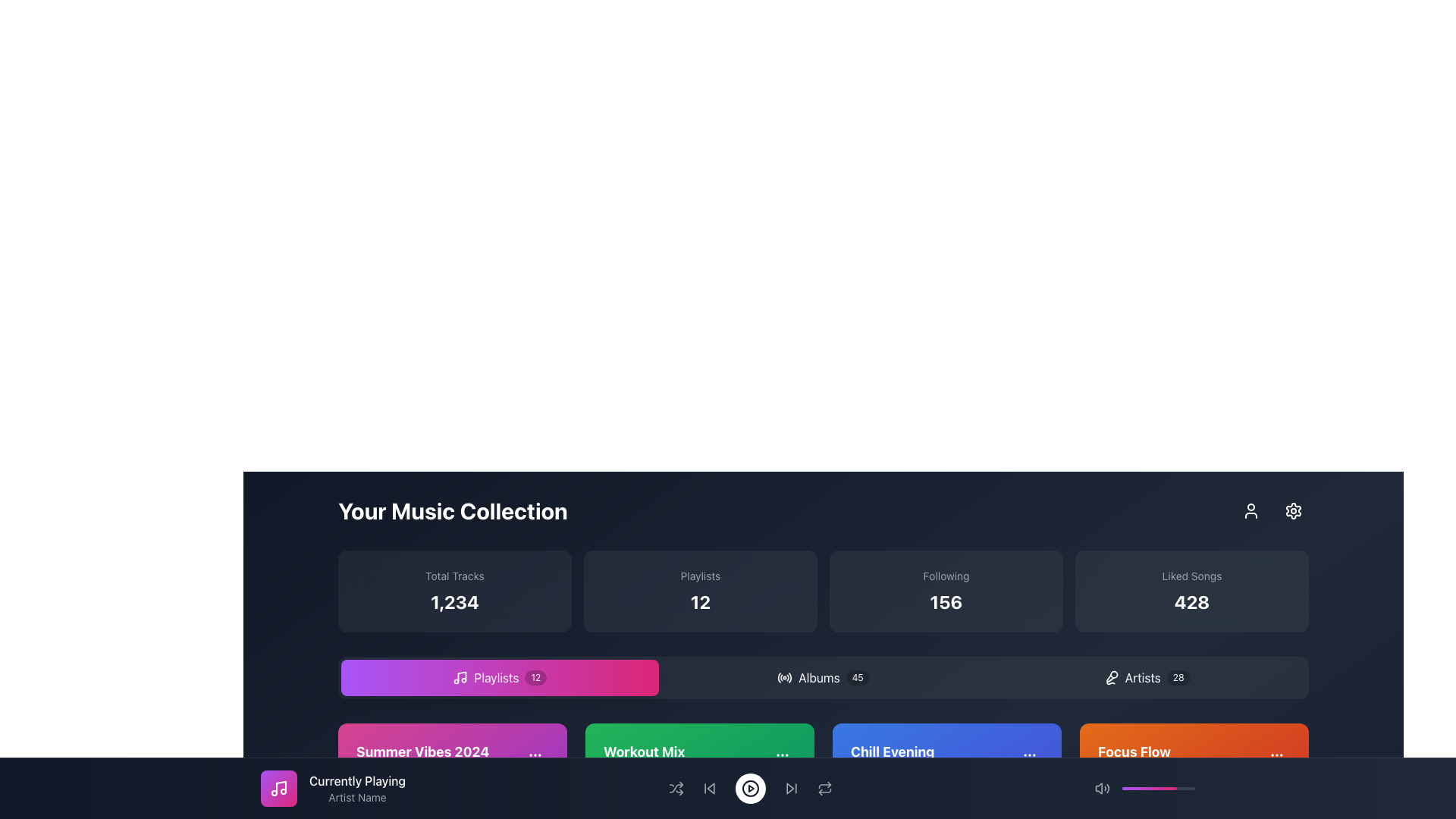 The height and width of the screenshot is (819, 1456). What do you see at coordinates (535, 755) in the screenshot?
I see `the second ellipsis icon button located in the pink highlighted 'Summer Vibes 2024' section` at bounding box center [535, 755].